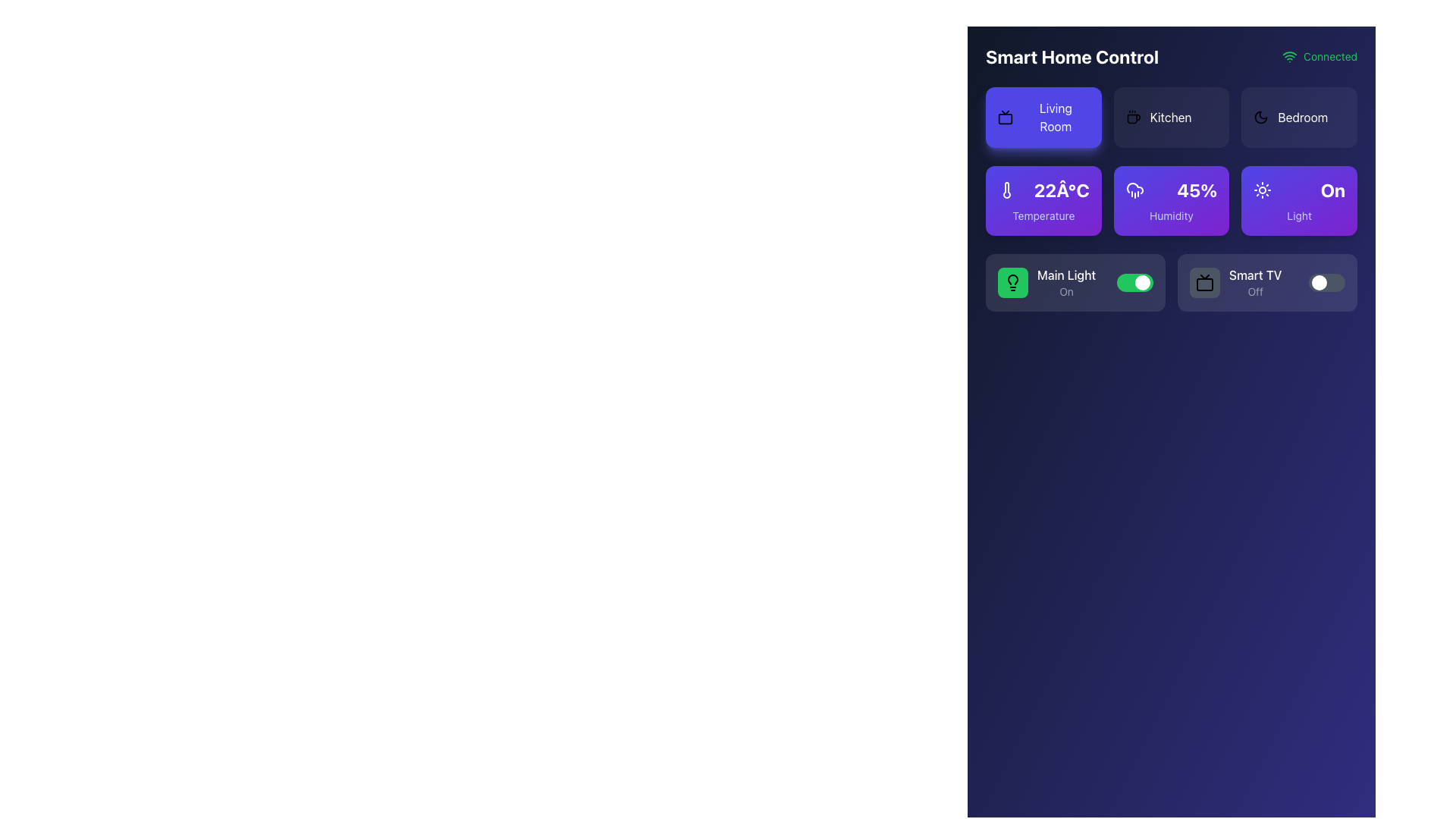 The width and height of the screenshot is (1456, 819). I want to click on the 'Connected' text label, which is styled in green and located to the right of the Wi-Fi icon in the top section of the interface, so click(1329, 55).